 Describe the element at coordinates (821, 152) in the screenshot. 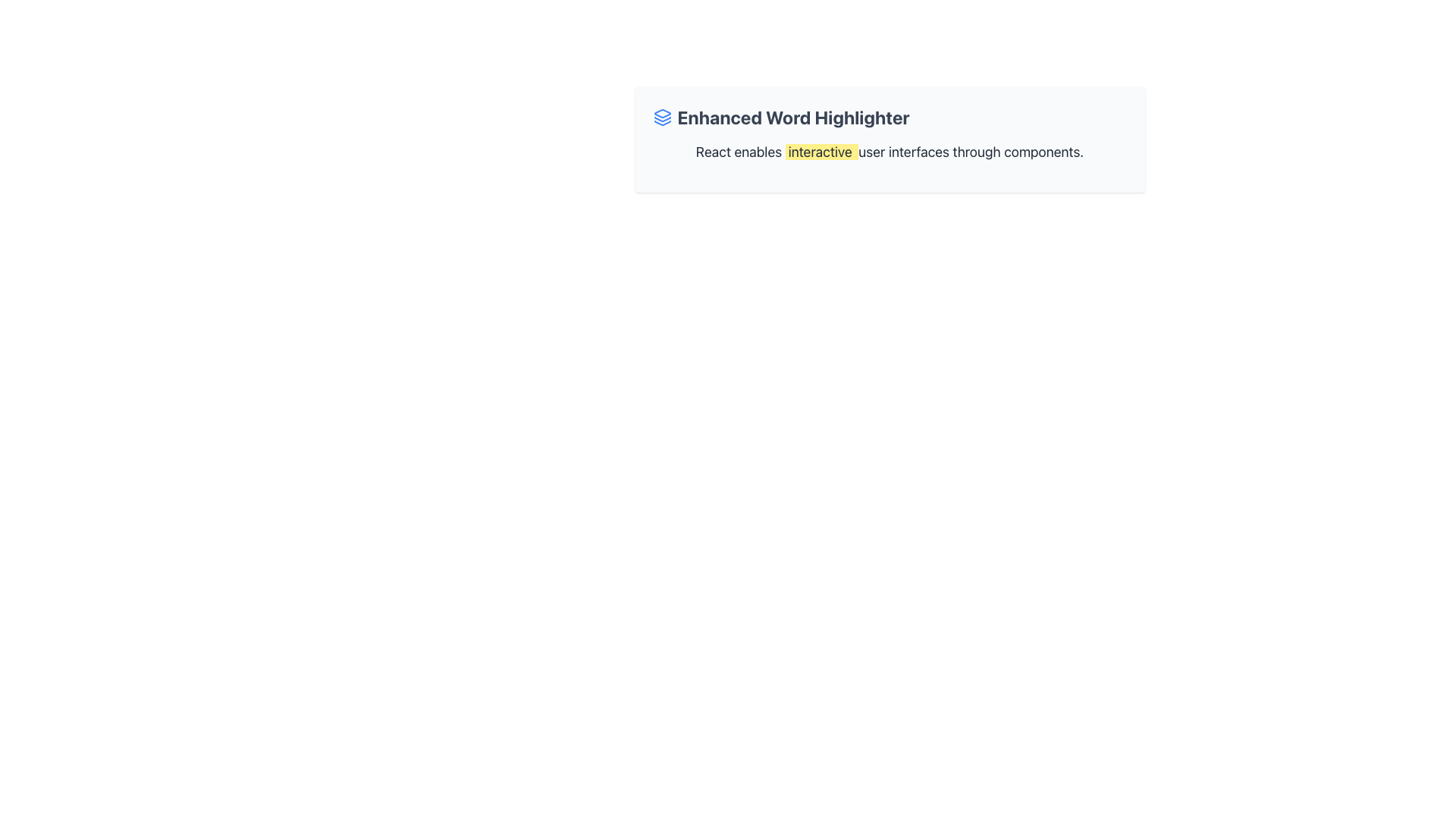

I see `the text element styled with a yellow background that reads 'interactive', located in the middle of the sentence 'React enables interactive user interfaces through components.'` at that location.